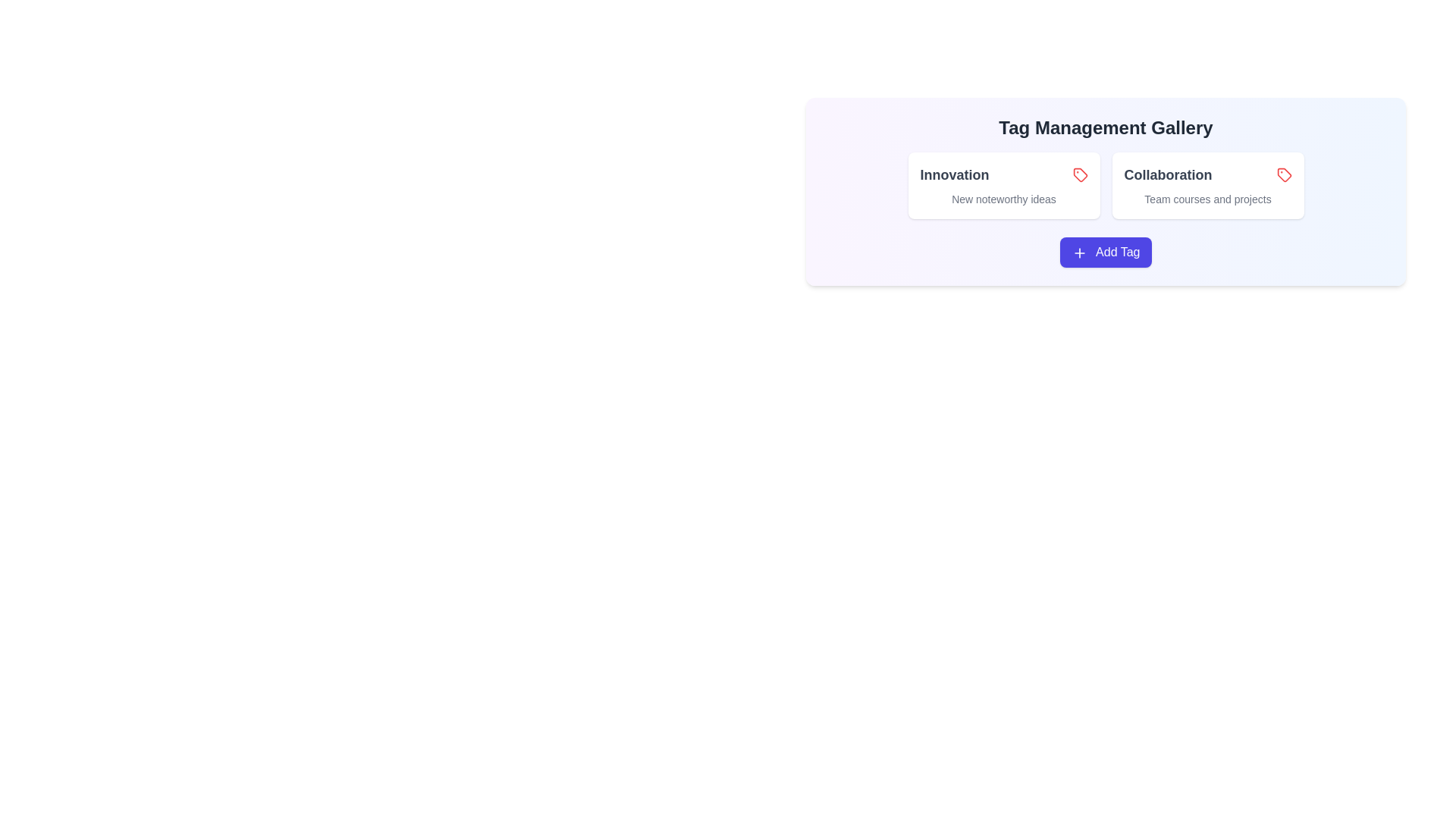  What do you see at coordinates (1004, 198) in the screenshot?
I see `text label displaying 'New noteworthy ideas' which is centrally aligned below the main title 'Innovation'` at bounding box center [1004, 198].